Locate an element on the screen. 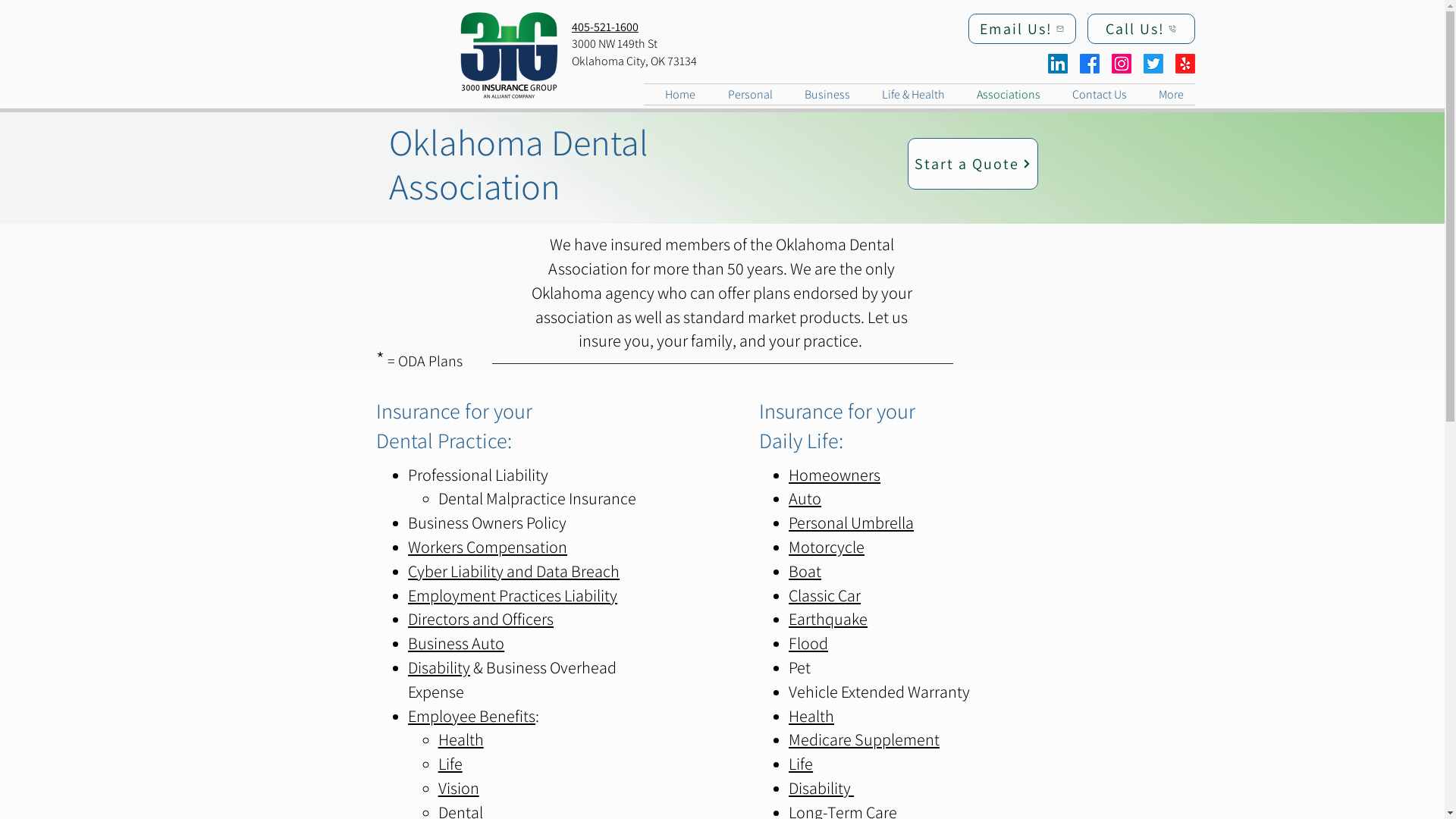 This screenshot has width=1456, height=819. 'Start a Quote' is located at coordinates (906, 164).